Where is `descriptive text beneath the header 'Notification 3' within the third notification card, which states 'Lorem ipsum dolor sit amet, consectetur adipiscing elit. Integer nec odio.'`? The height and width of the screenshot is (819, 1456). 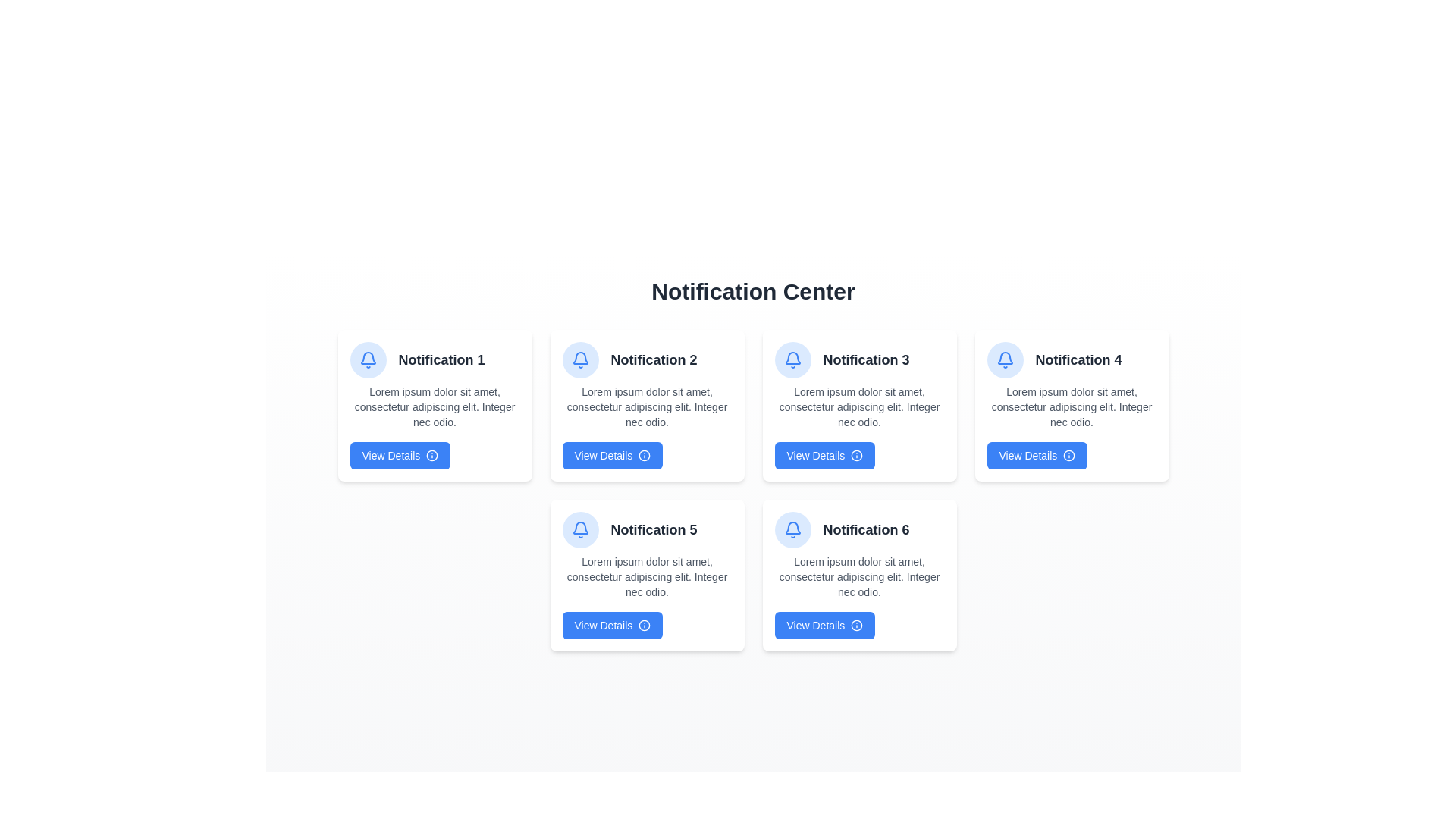 descriptive text beneath the header 'Notification 3' within the third notification card, which states 'Lorem ipsum dolor sit amet, consectetur adipiscing elit. Integer nec odio.' is located at coordinates (859, 406).